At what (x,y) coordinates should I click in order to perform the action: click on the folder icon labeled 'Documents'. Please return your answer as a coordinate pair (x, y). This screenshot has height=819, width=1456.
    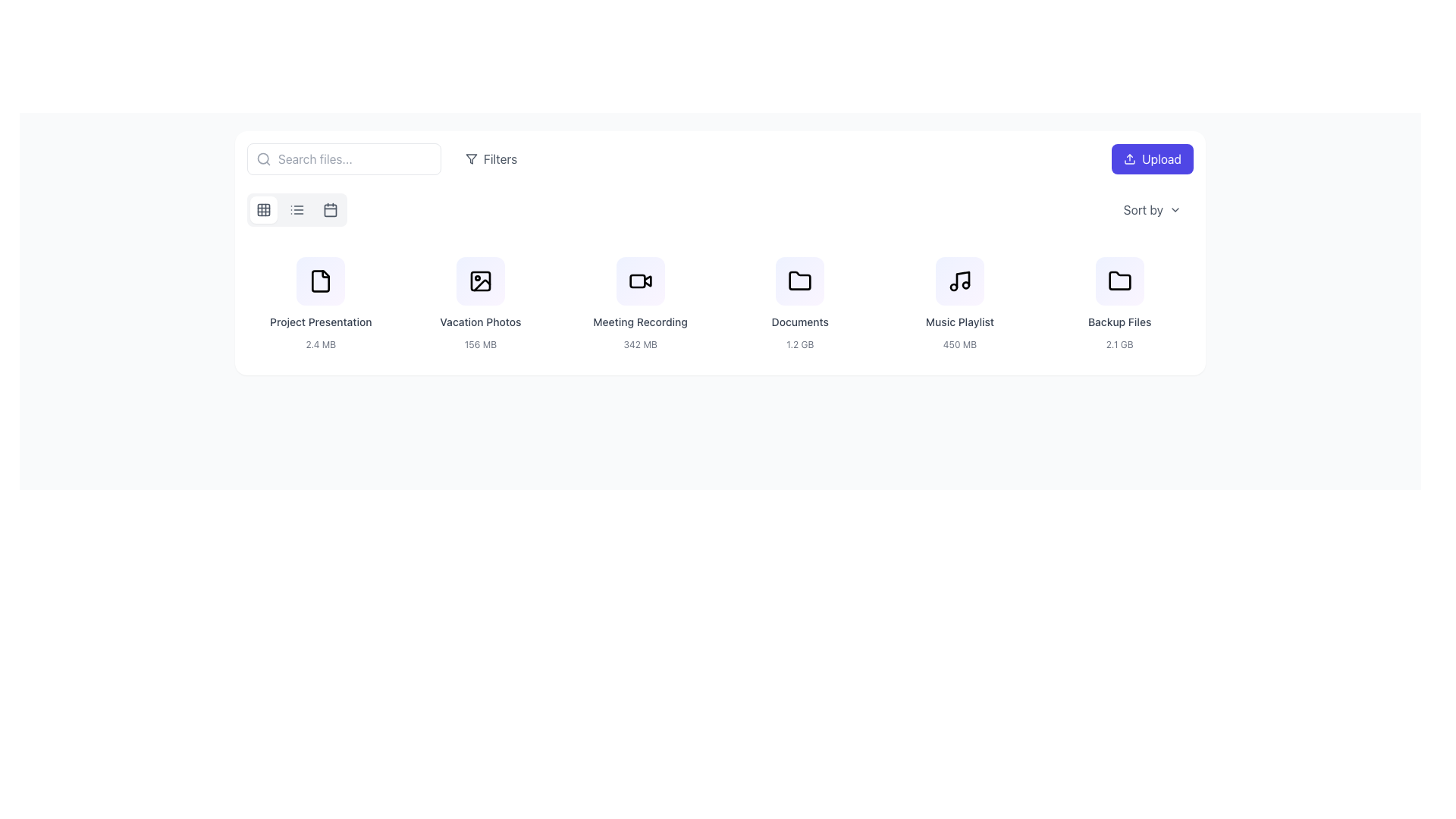
    Looking at the image, I should click on (799, 281).